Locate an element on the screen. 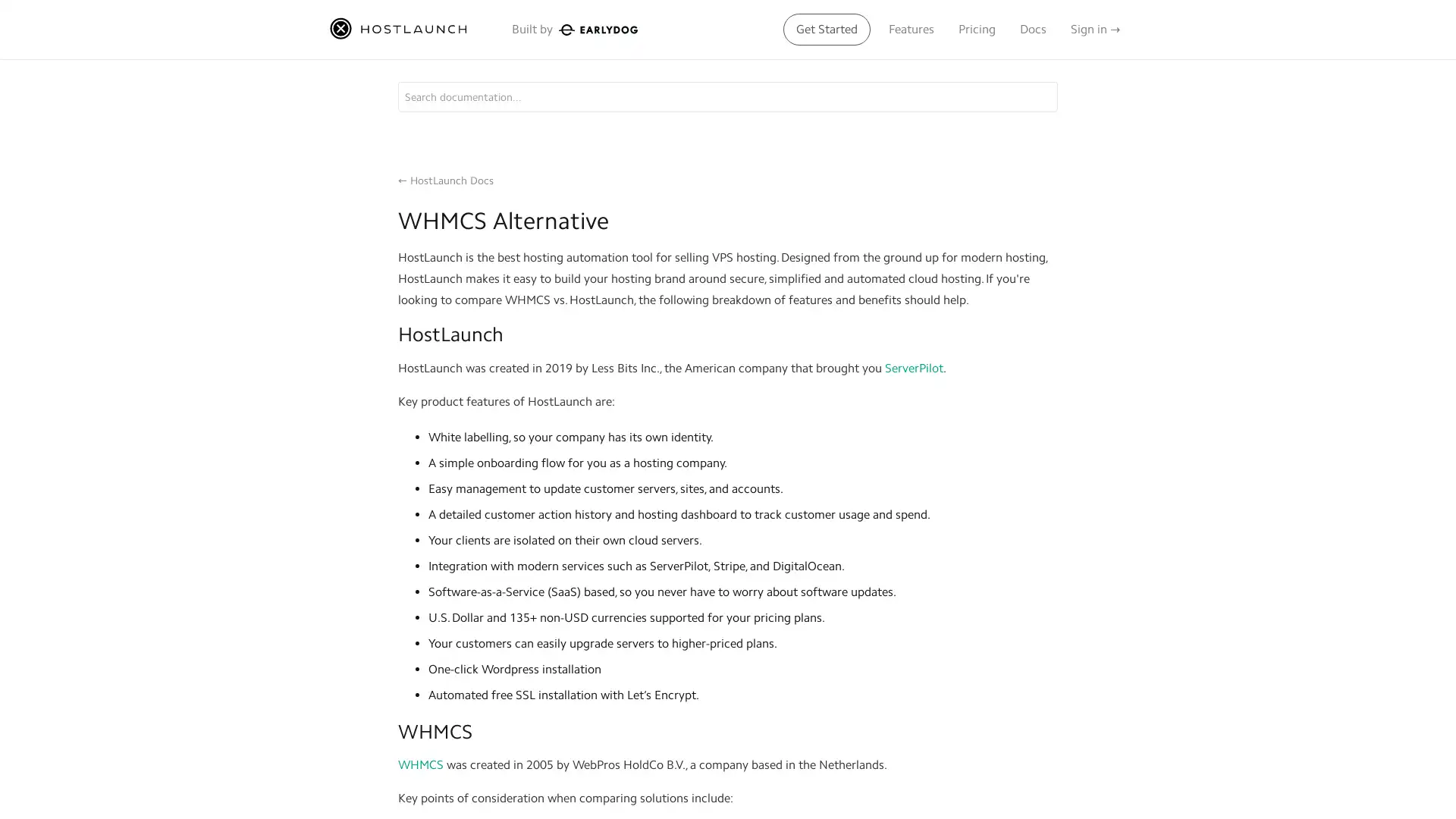 The height and width of the screenshot is (819, 1456). Sign in is located at coordinates (1095, 29).